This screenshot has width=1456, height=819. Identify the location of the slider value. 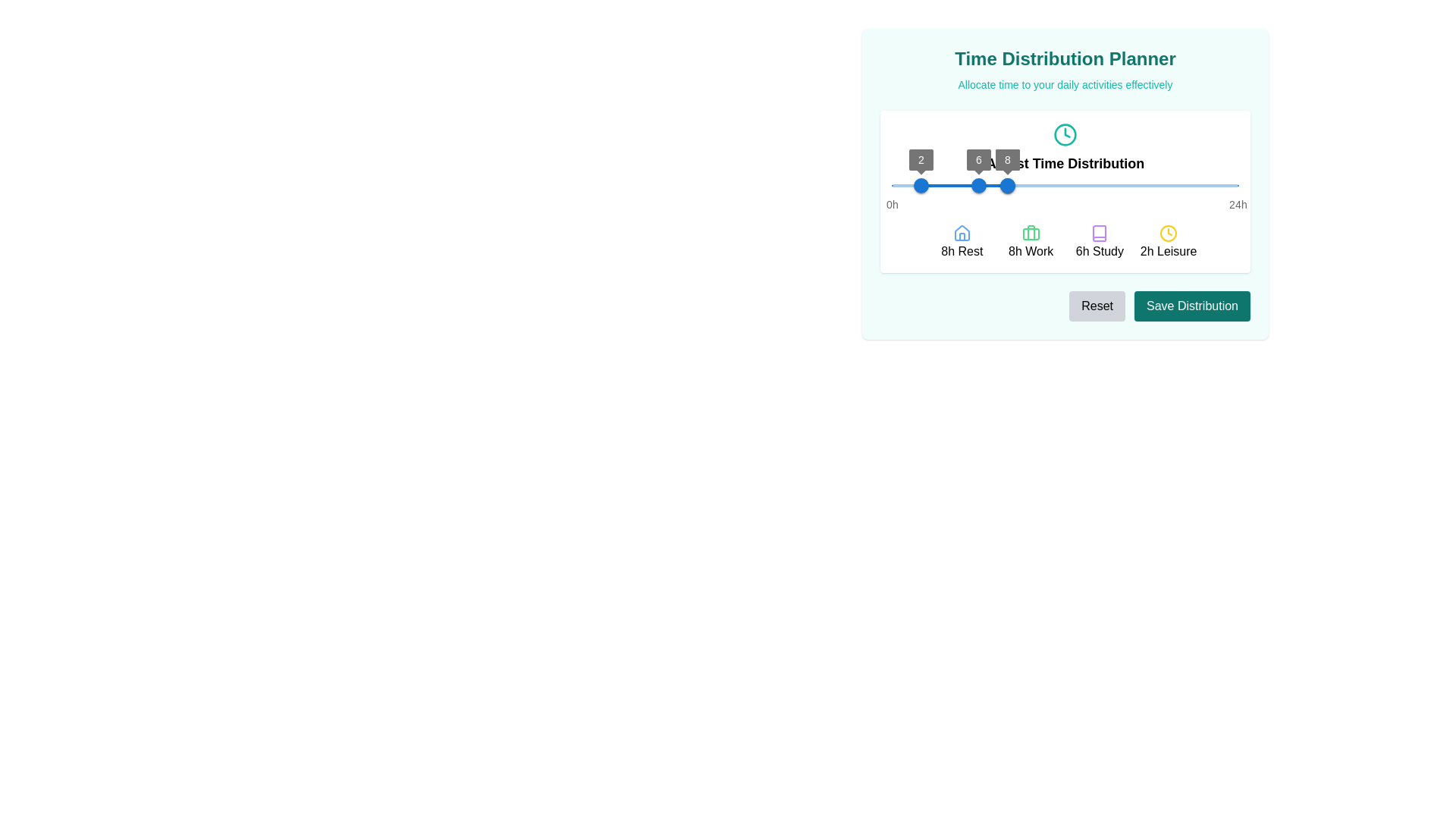
(949, 185).